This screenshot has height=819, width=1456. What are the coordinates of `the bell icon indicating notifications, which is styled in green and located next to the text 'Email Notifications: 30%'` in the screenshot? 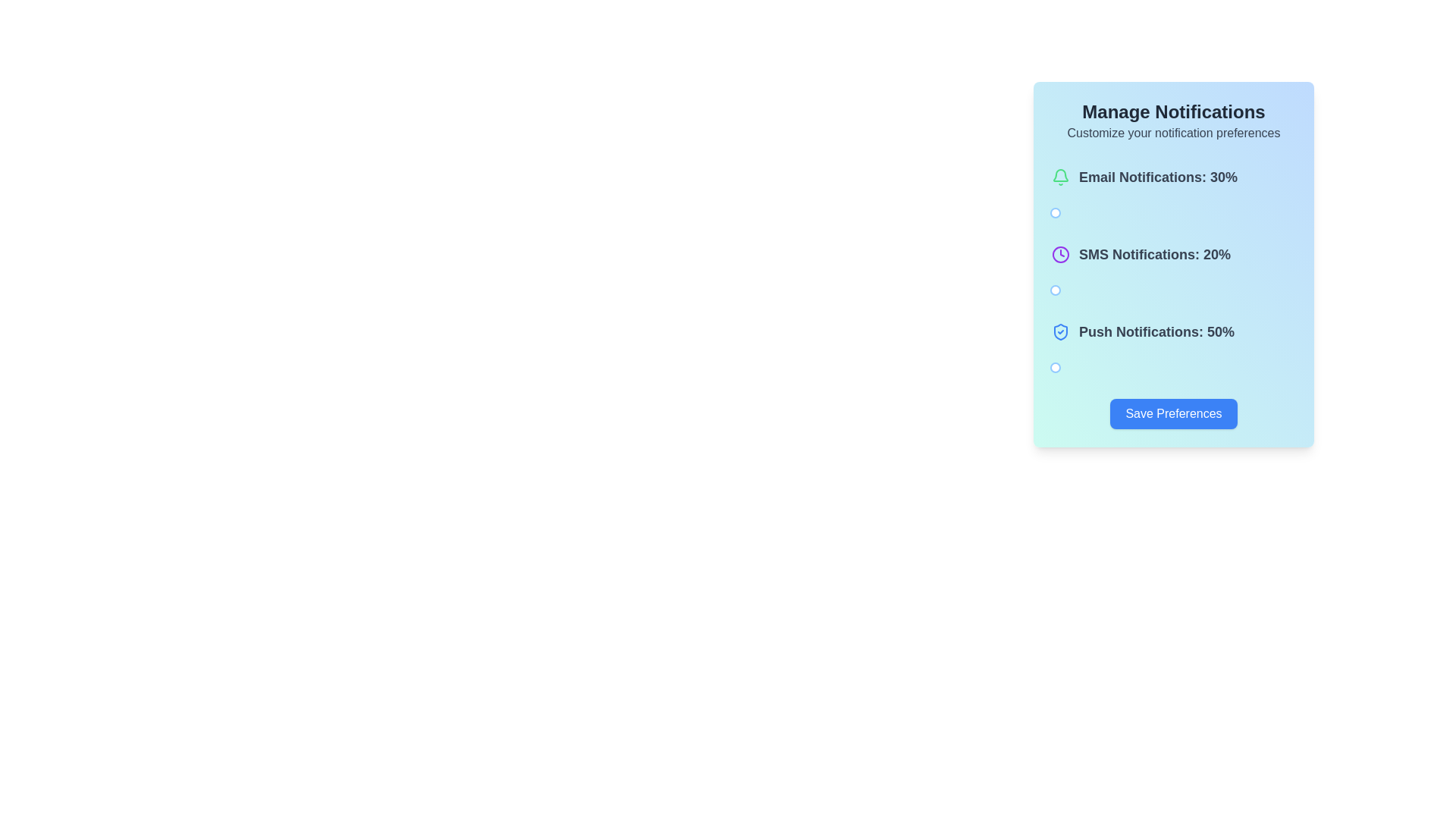 It's located at (1059, 177).